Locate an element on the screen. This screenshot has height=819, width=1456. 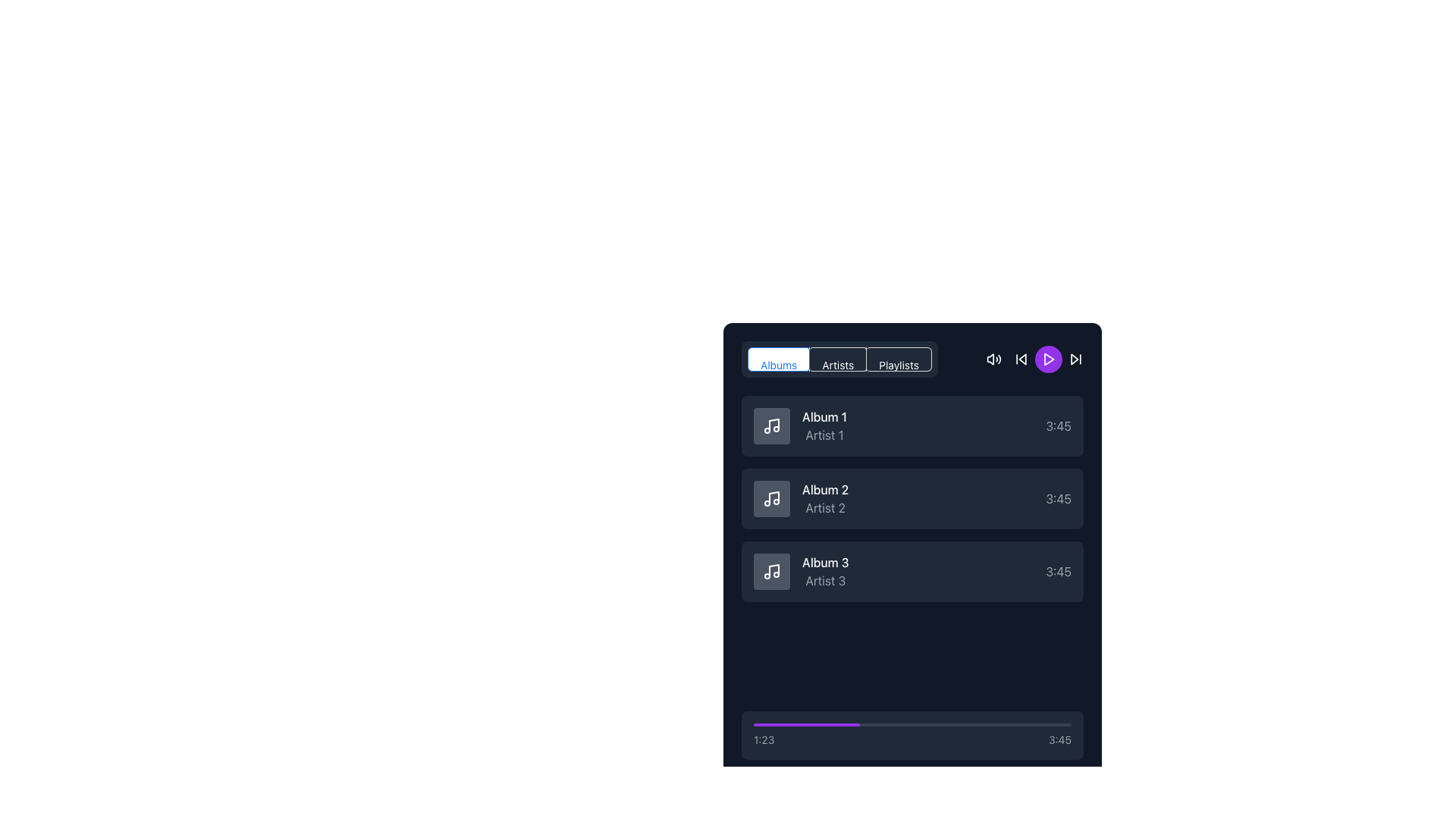
the textual information block displaying the album title and artist in the second row of the list is located at coordinates (800, 499).